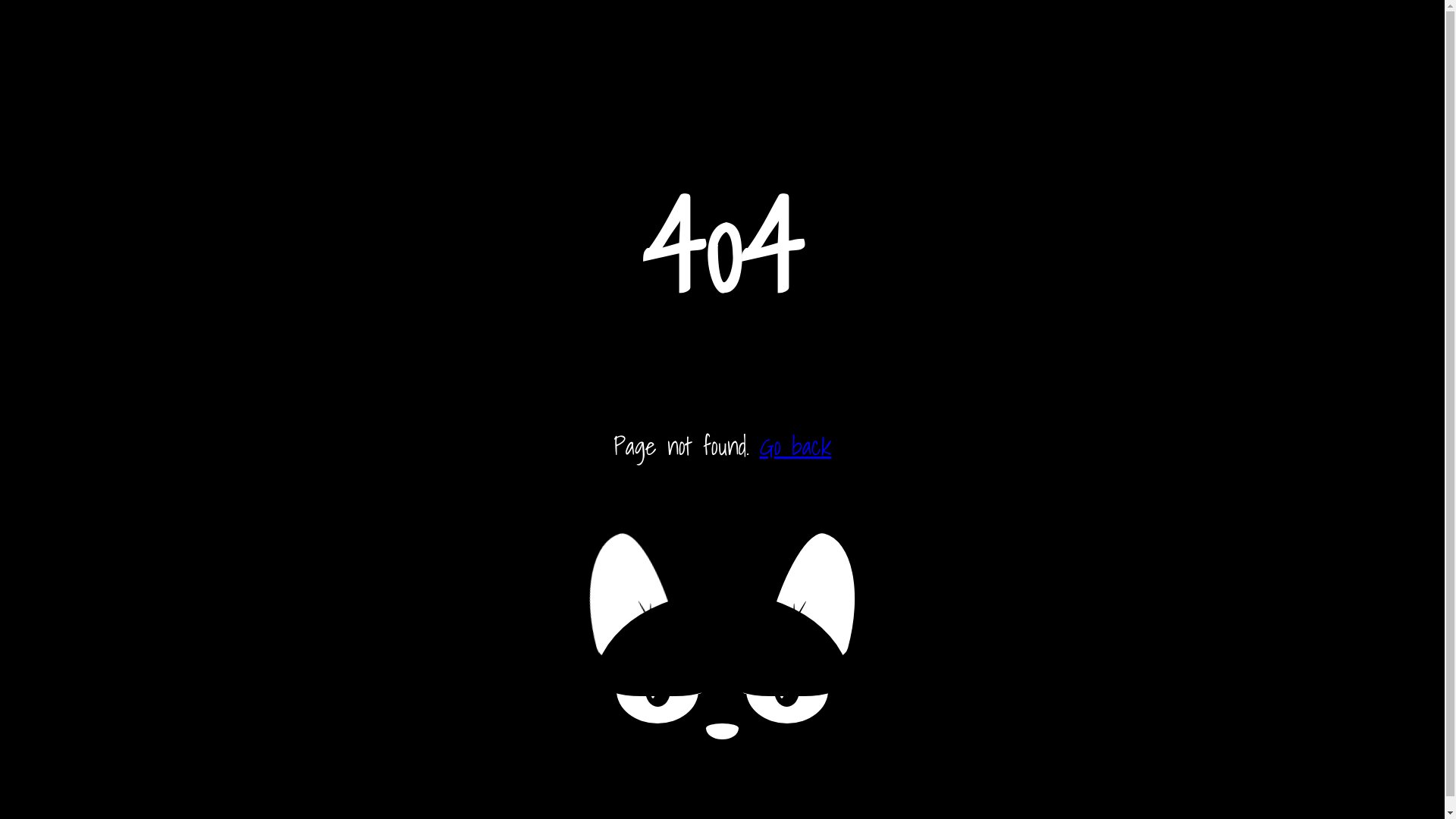 The image size is (1456, 819). I want to click on 'Go back', so click(760, 444).